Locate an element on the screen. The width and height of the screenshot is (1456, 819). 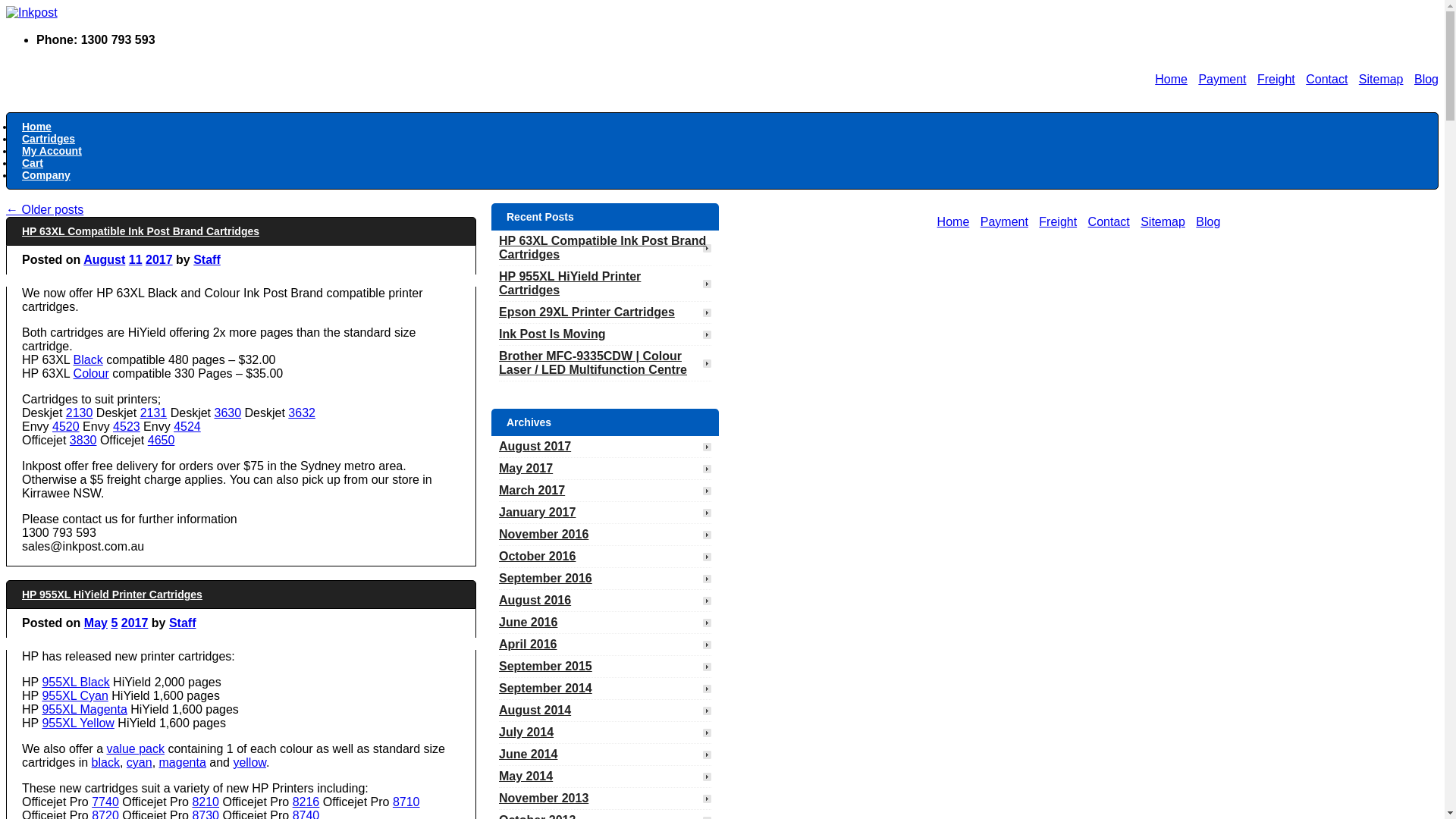
'September 2014' is located at coordinates (552, 688).